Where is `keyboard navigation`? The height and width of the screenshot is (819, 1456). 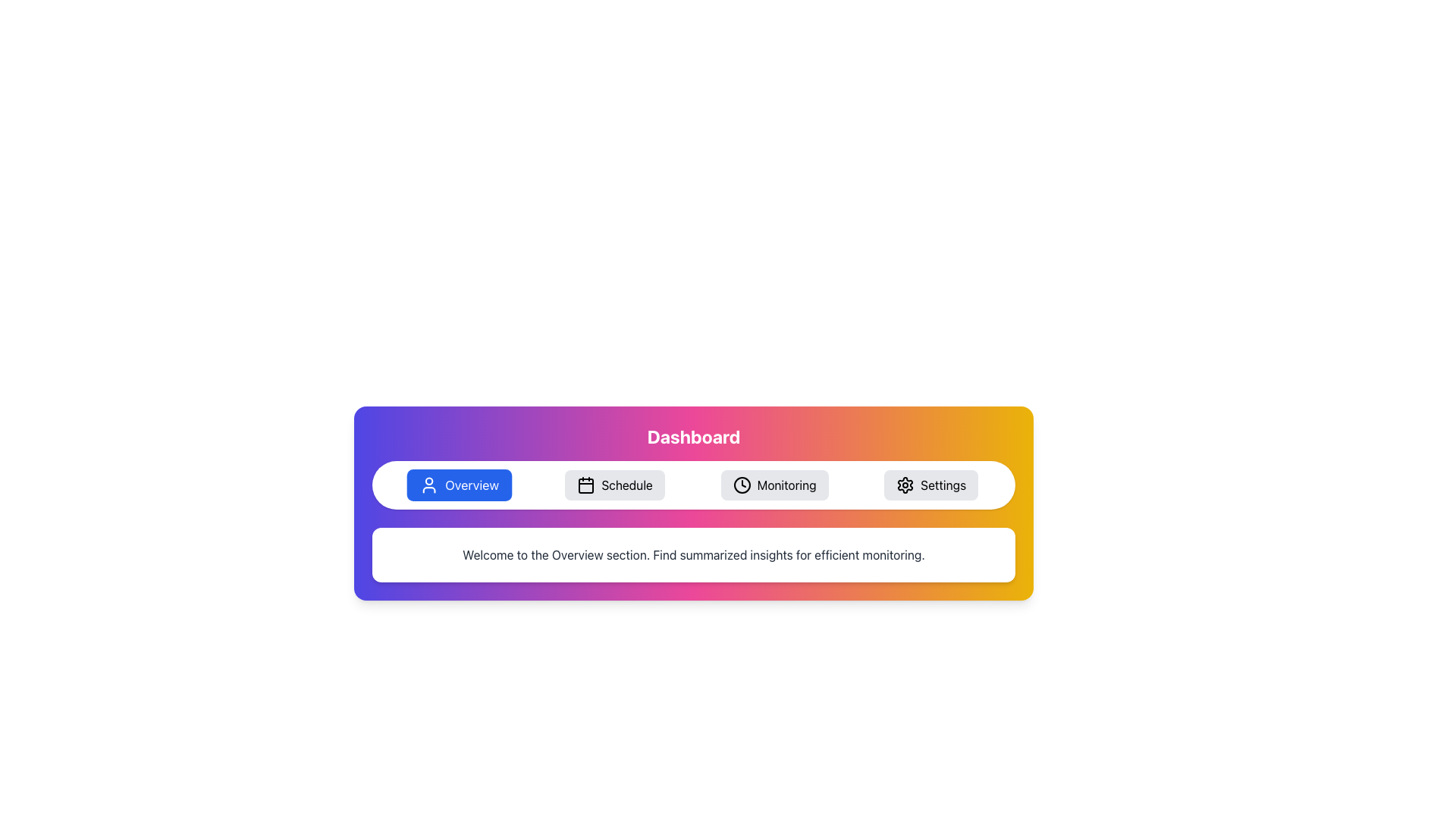
keyboard navigation is located at coordinates (905, 485).